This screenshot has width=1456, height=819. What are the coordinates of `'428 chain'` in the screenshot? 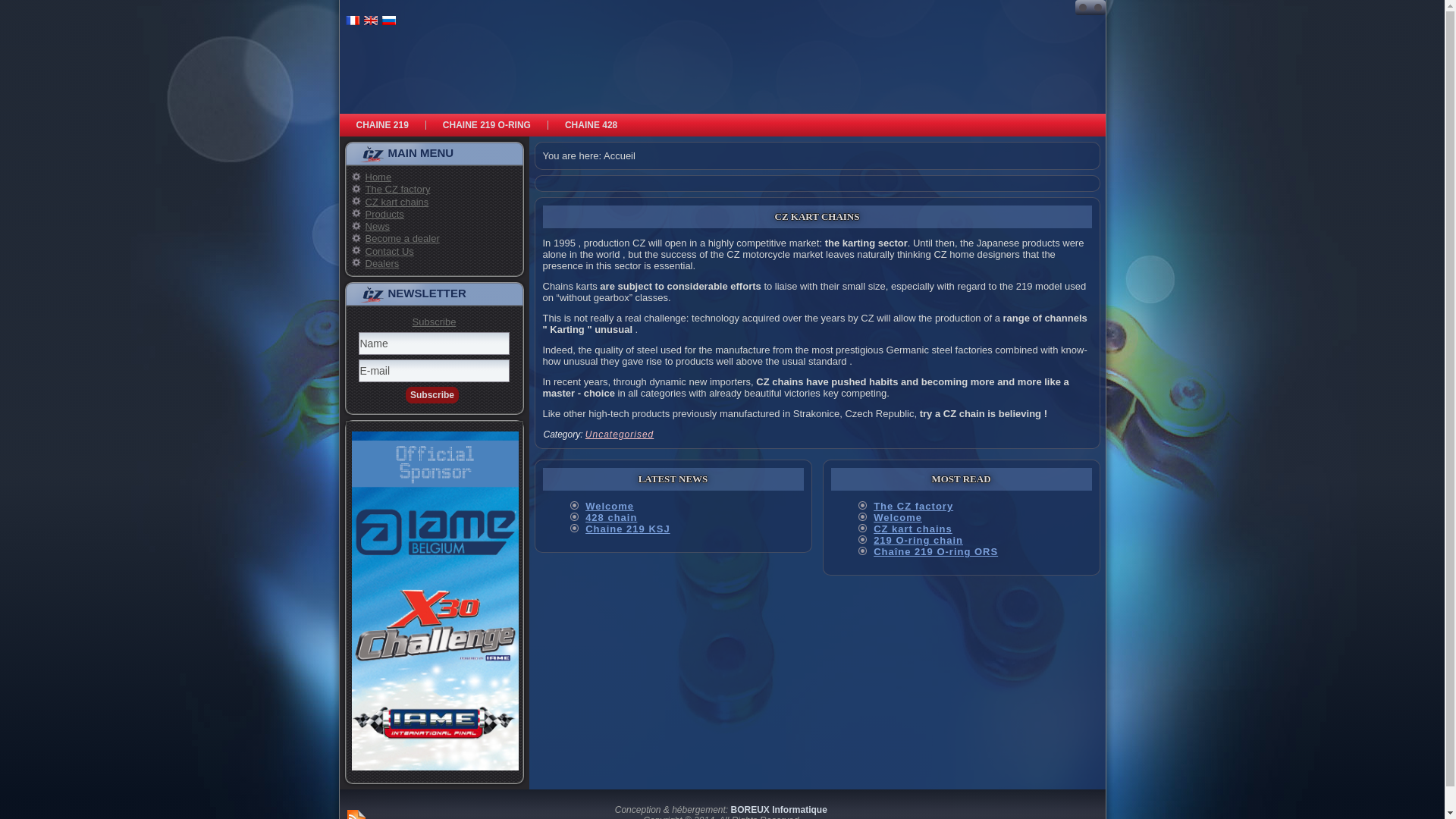 It's located at (611, 516).